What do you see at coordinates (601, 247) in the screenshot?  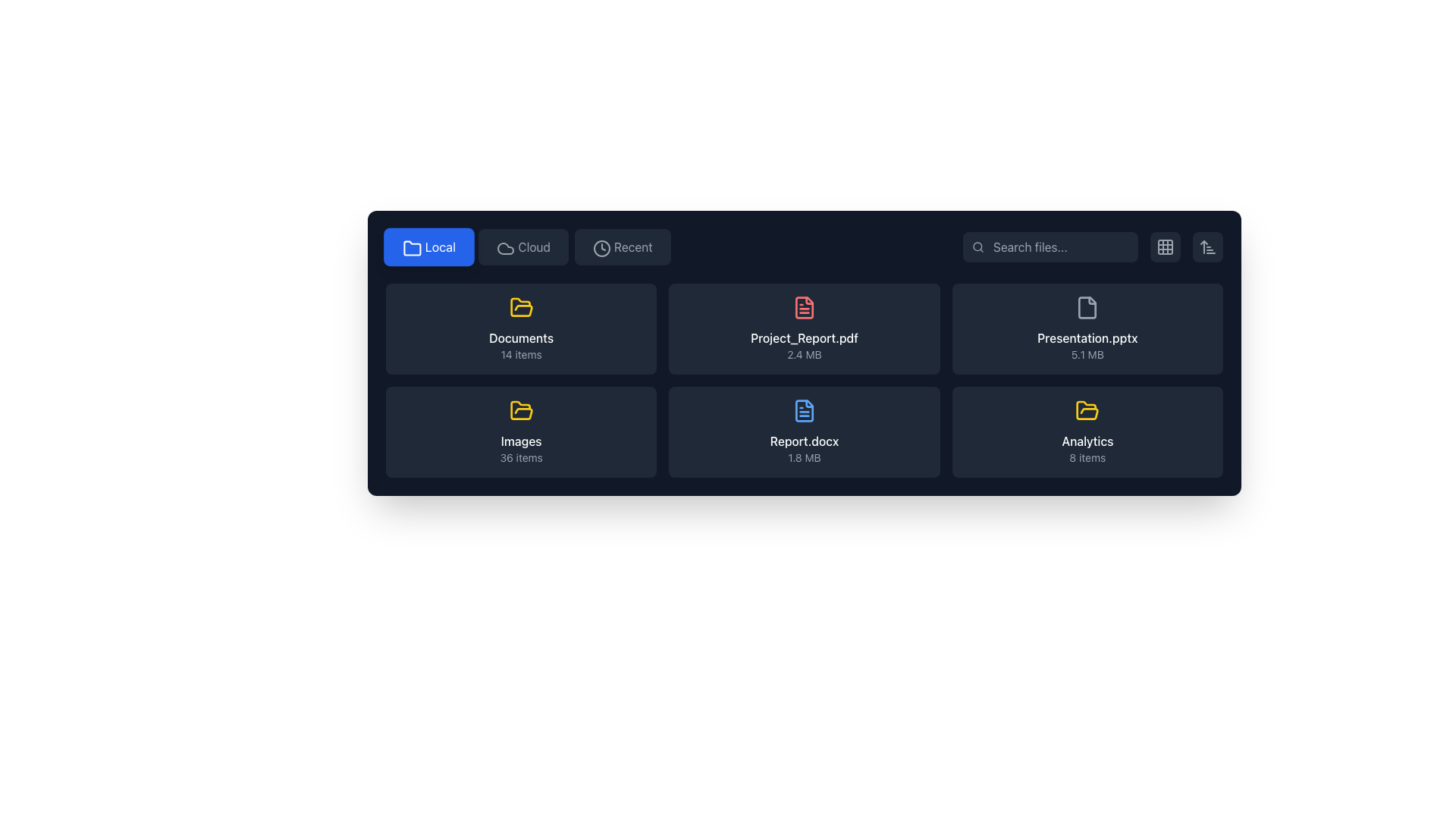 I see `the clock-shaped icon button located in the navigation bar to the immediate left of the 'Recent' label` at bounding box center [601, 247].